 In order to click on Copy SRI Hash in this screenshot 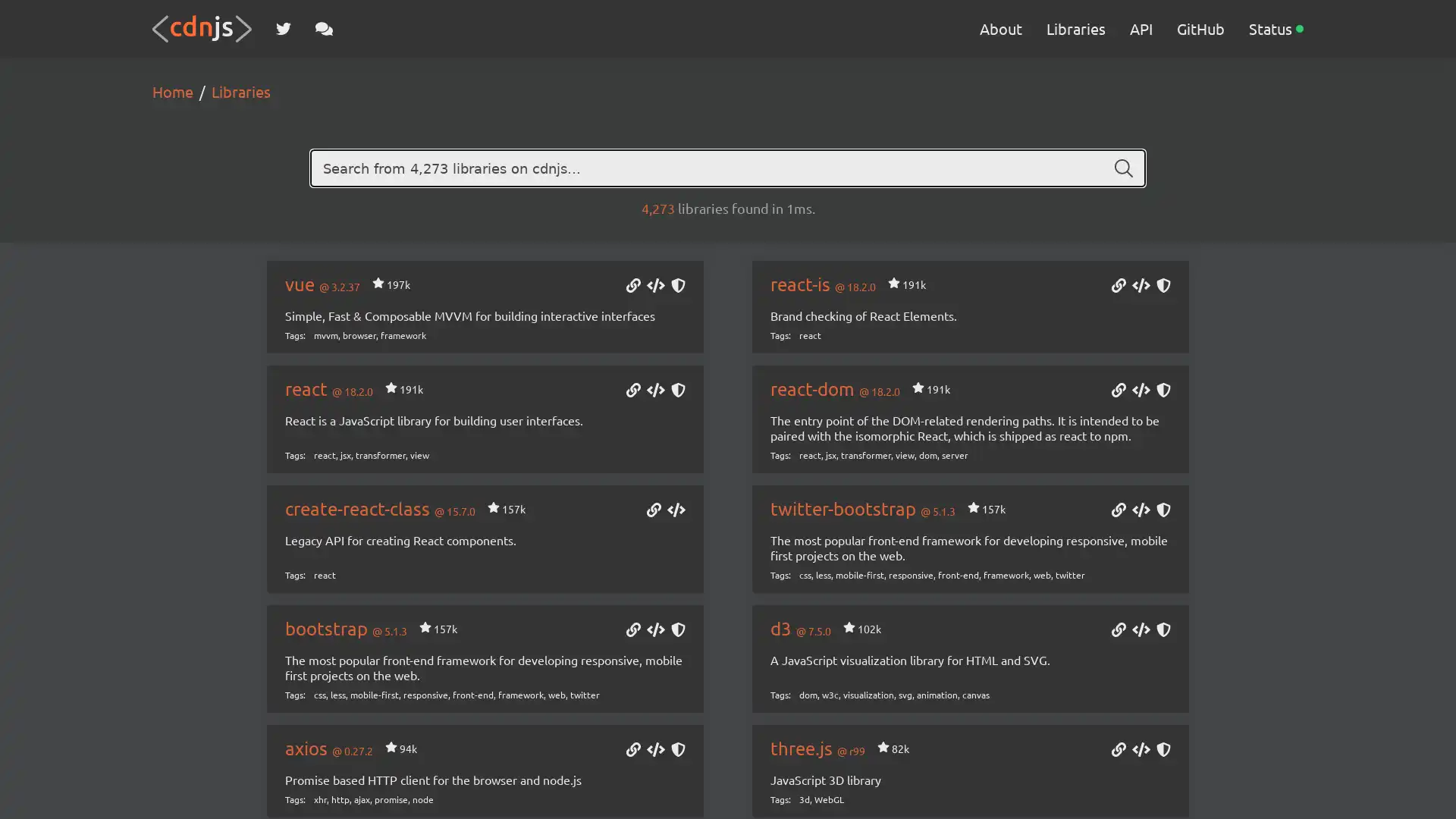, I will do `click(1163, 511)`.